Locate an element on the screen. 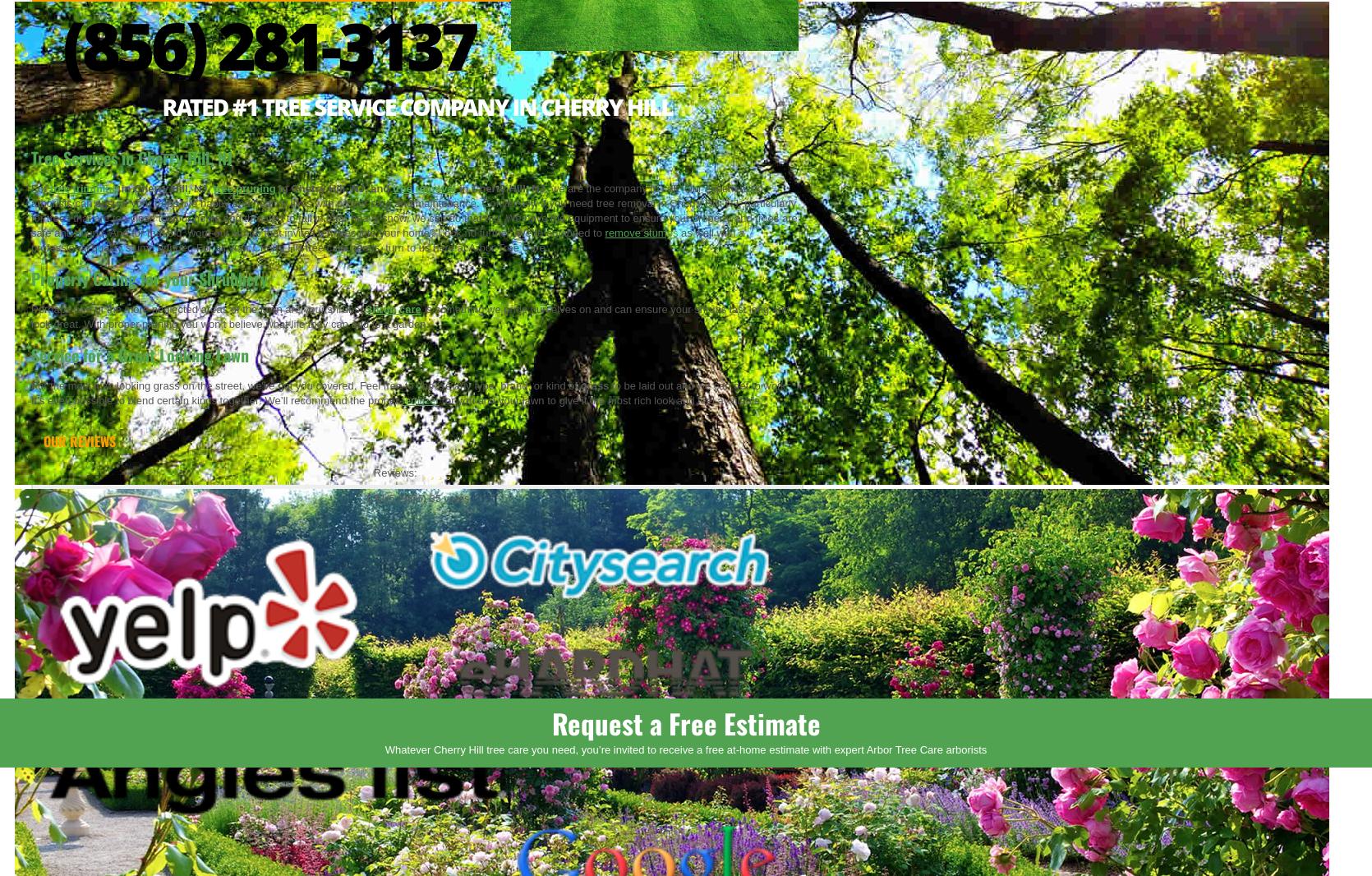  '/' is located at coordinates (385, 496).